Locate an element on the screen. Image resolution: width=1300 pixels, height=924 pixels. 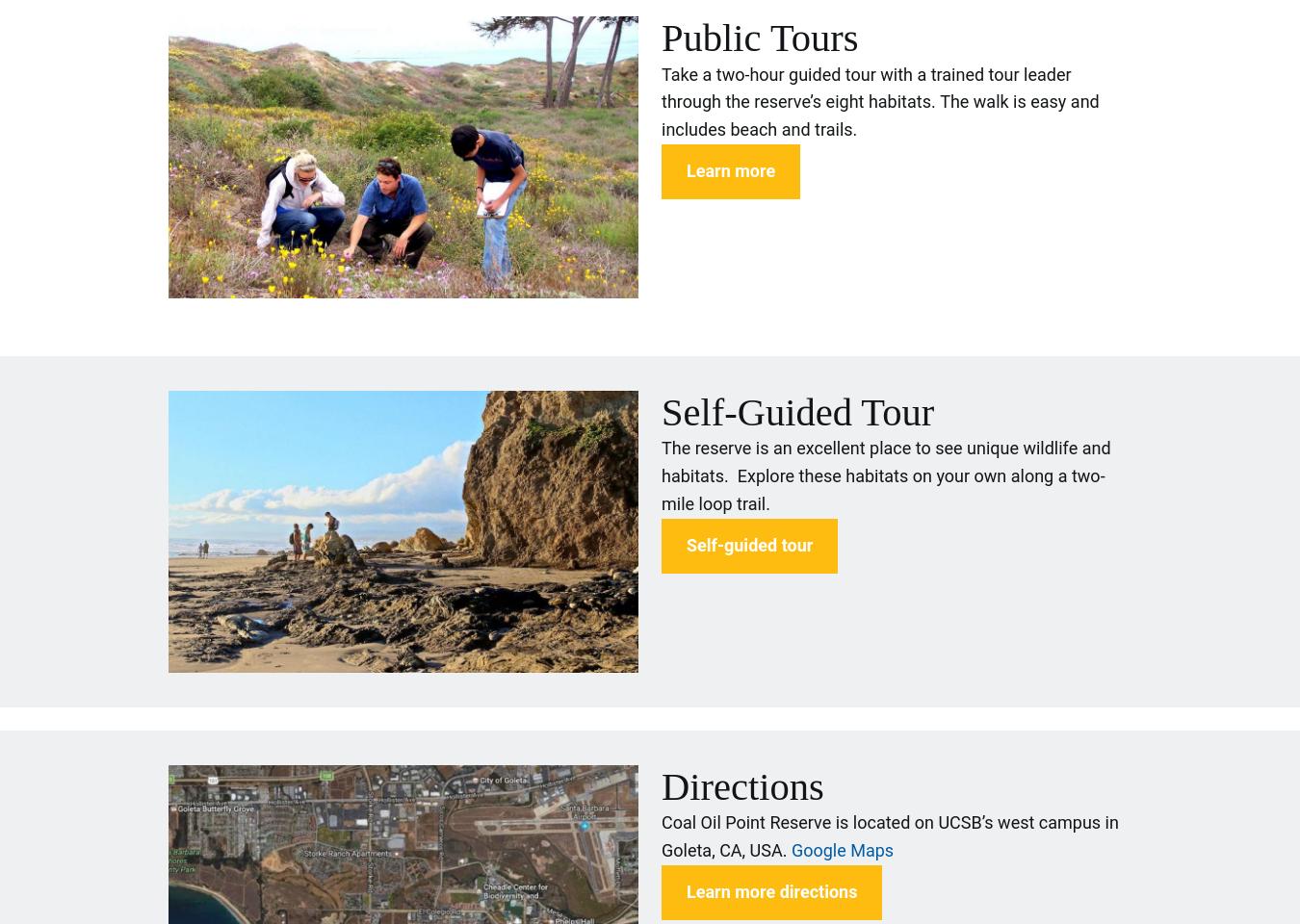
'Take a two-hour guided tour with a trained tour leader through the reserve’s eight habitats. The walk is easy and includes beach and trails.' is located at coordinates (878, 101).